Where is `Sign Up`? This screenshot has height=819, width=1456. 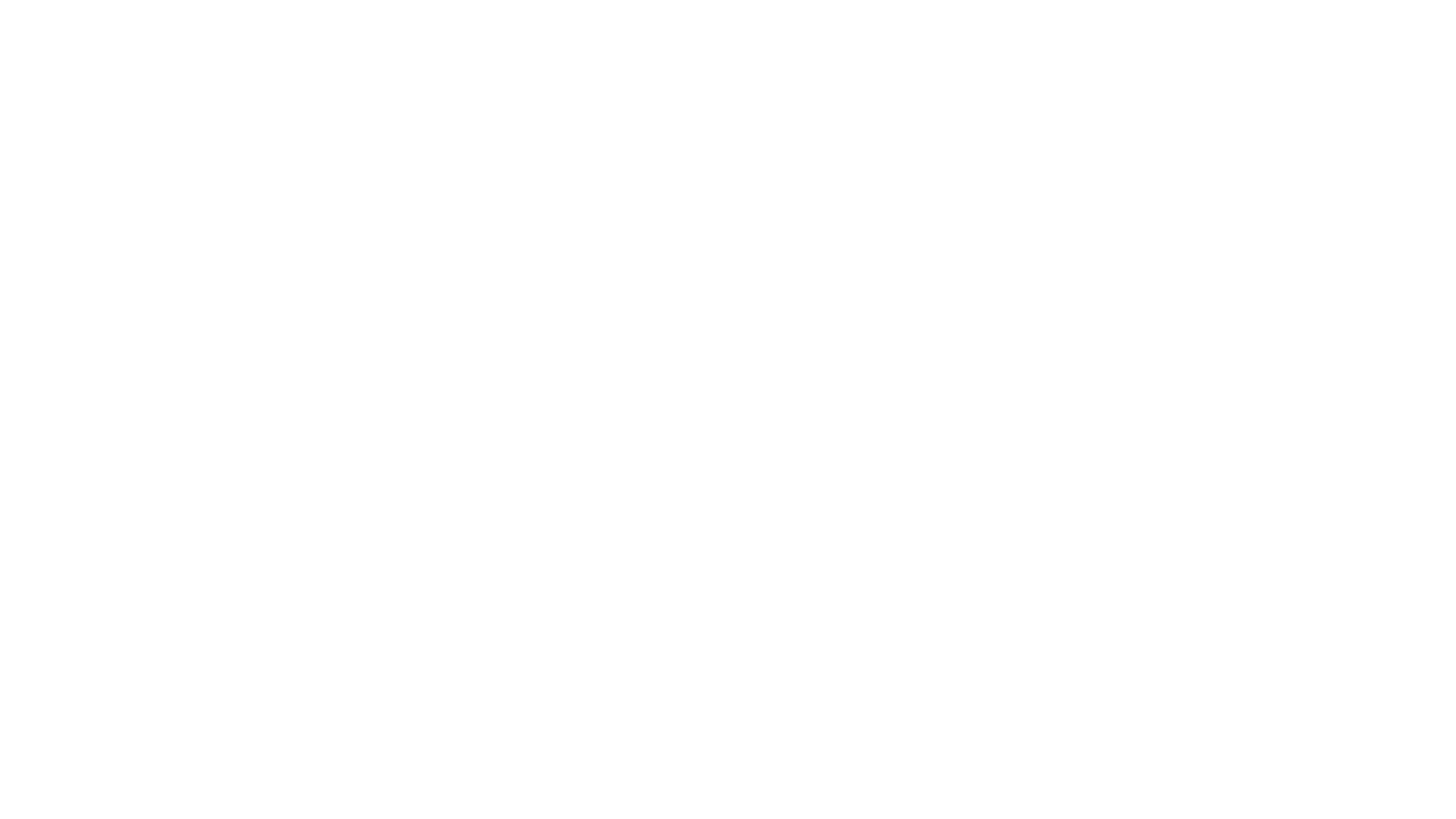 Sign Up is located at coordinates (1059, 23).